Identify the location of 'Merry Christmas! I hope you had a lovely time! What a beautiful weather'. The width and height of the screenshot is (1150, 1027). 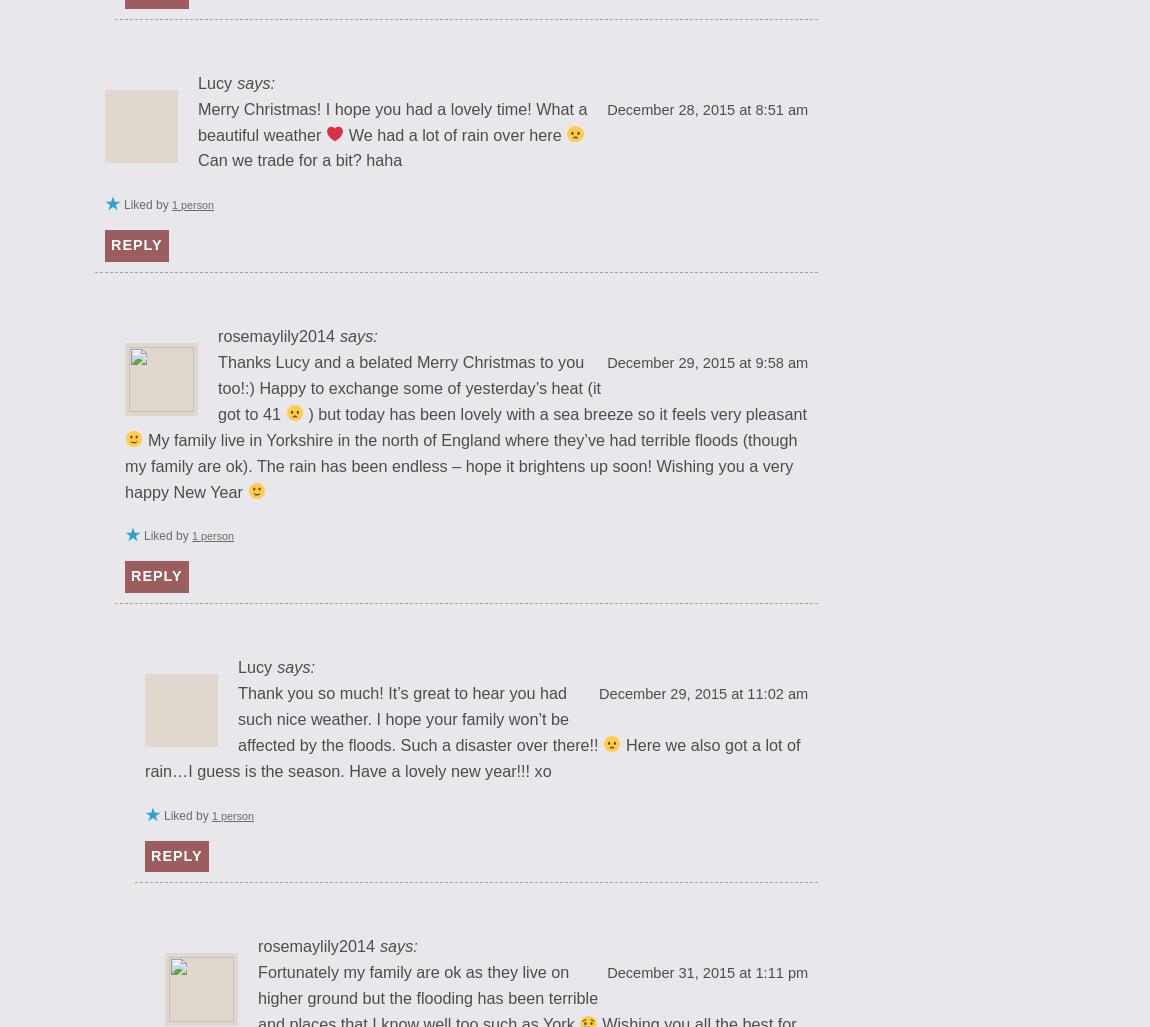
(392, 120).